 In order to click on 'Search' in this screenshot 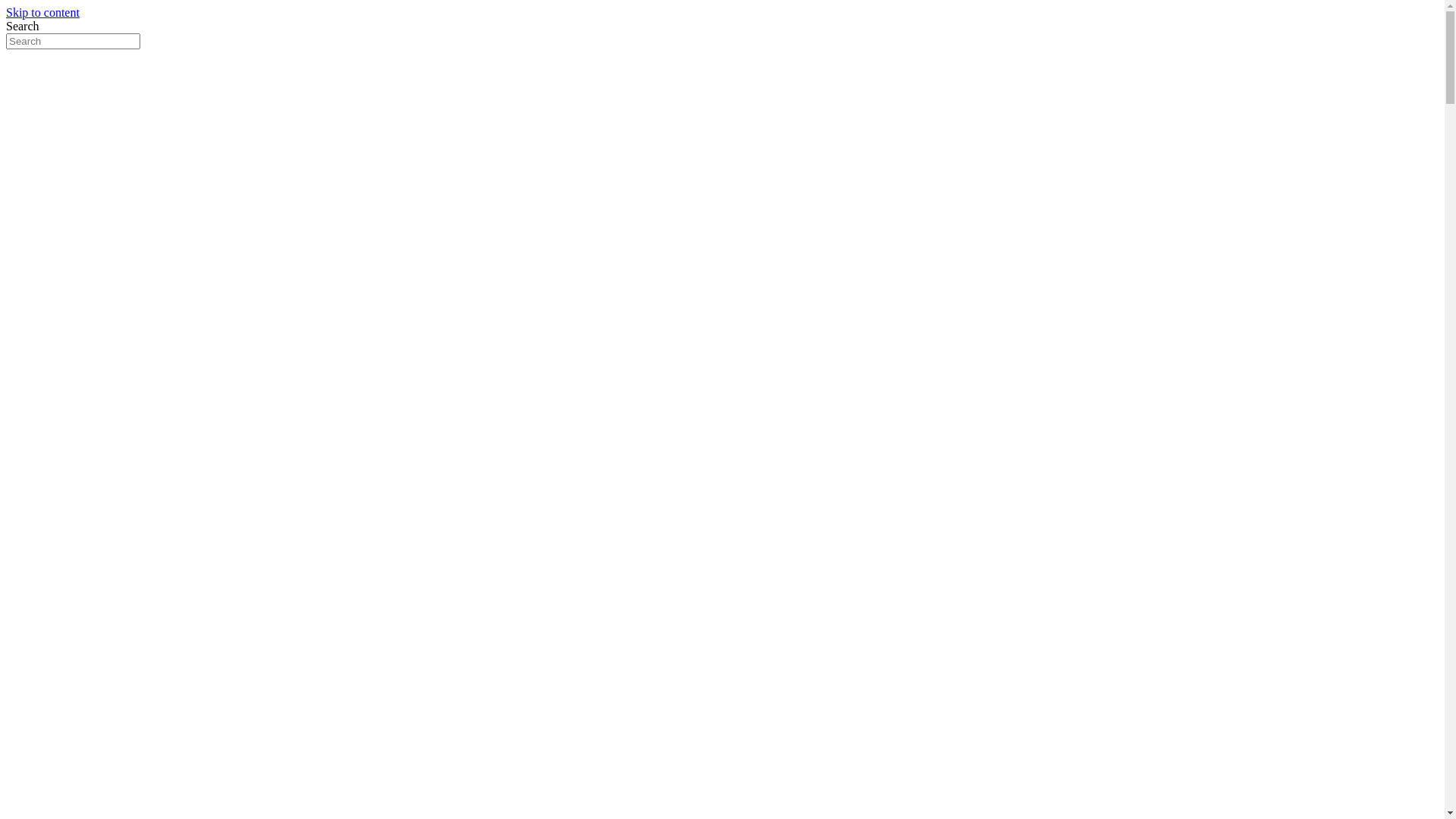, I will do `click(72, 40)`.